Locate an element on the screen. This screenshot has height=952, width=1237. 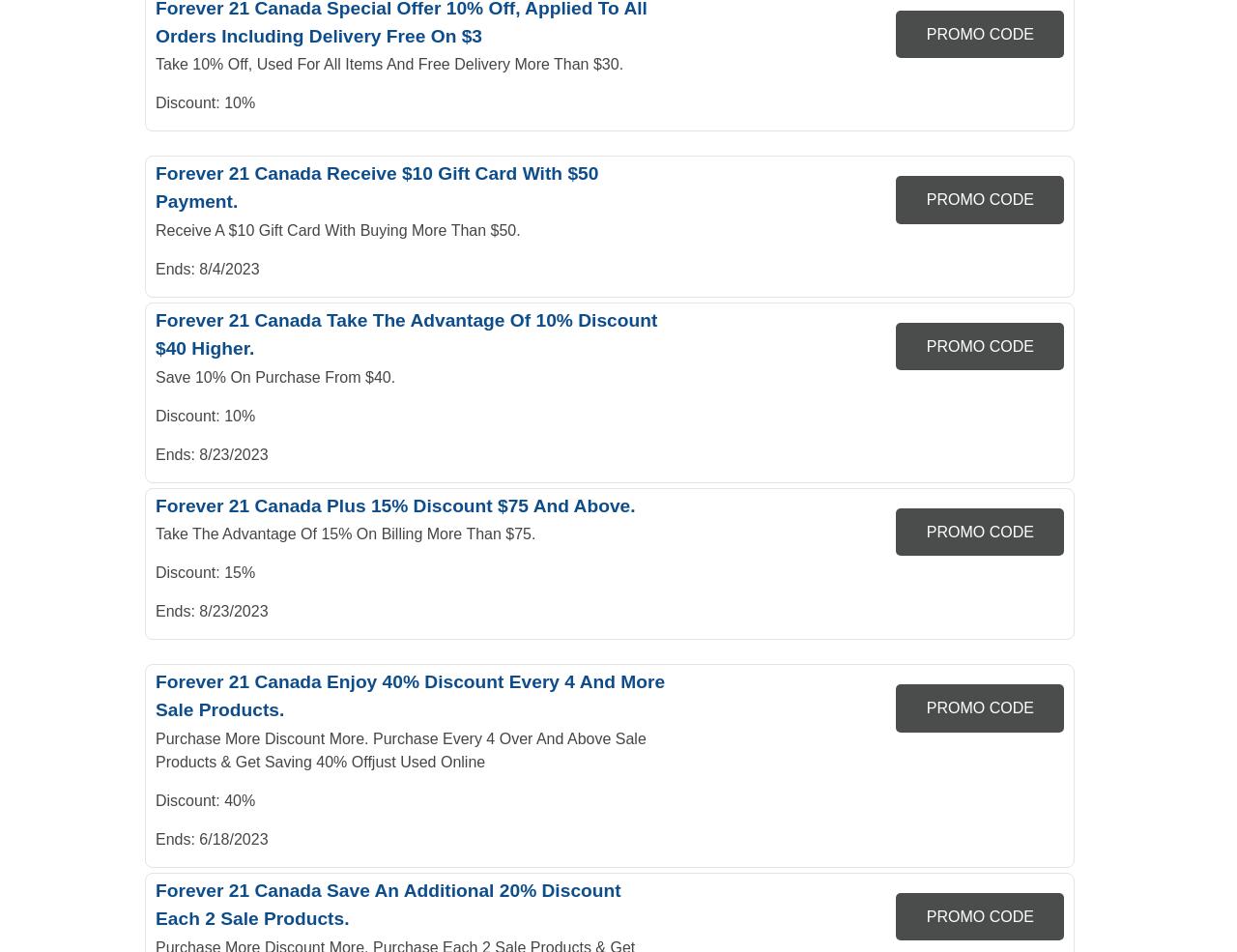
'Forever 21 Canada Save An Additional 20% Discount Each 2 Sale Products.' is located at coordinates (387, 903).